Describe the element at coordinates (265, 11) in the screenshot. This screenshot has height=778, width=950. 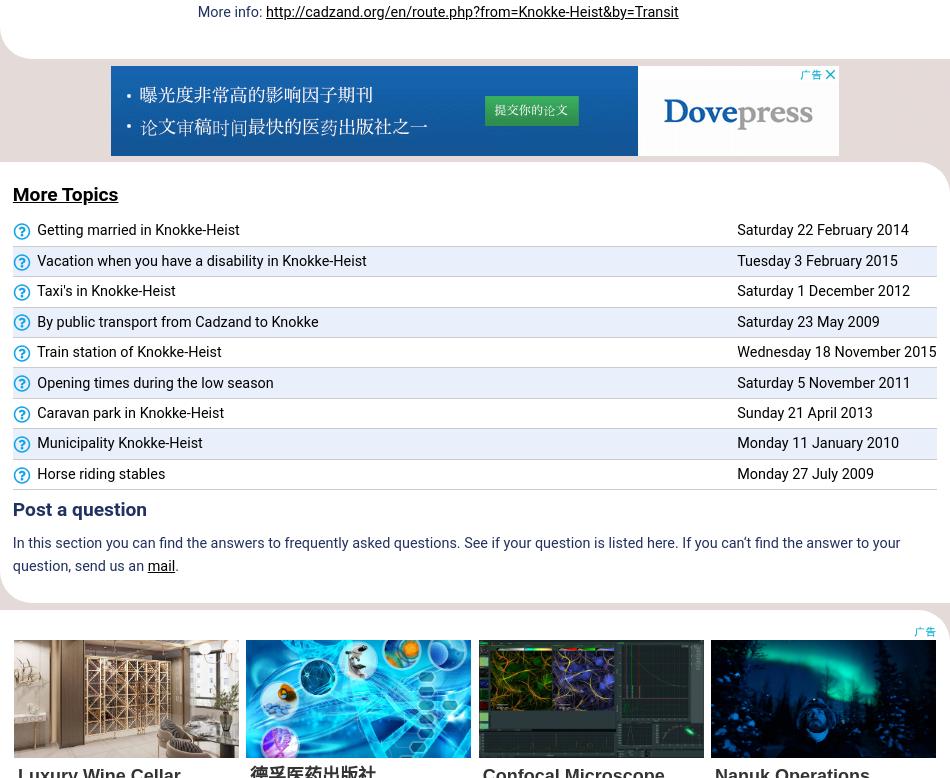
I see `'http://cadzand.org/en/route.php?from=Knokke-Heist&by=Transit'` at that location.